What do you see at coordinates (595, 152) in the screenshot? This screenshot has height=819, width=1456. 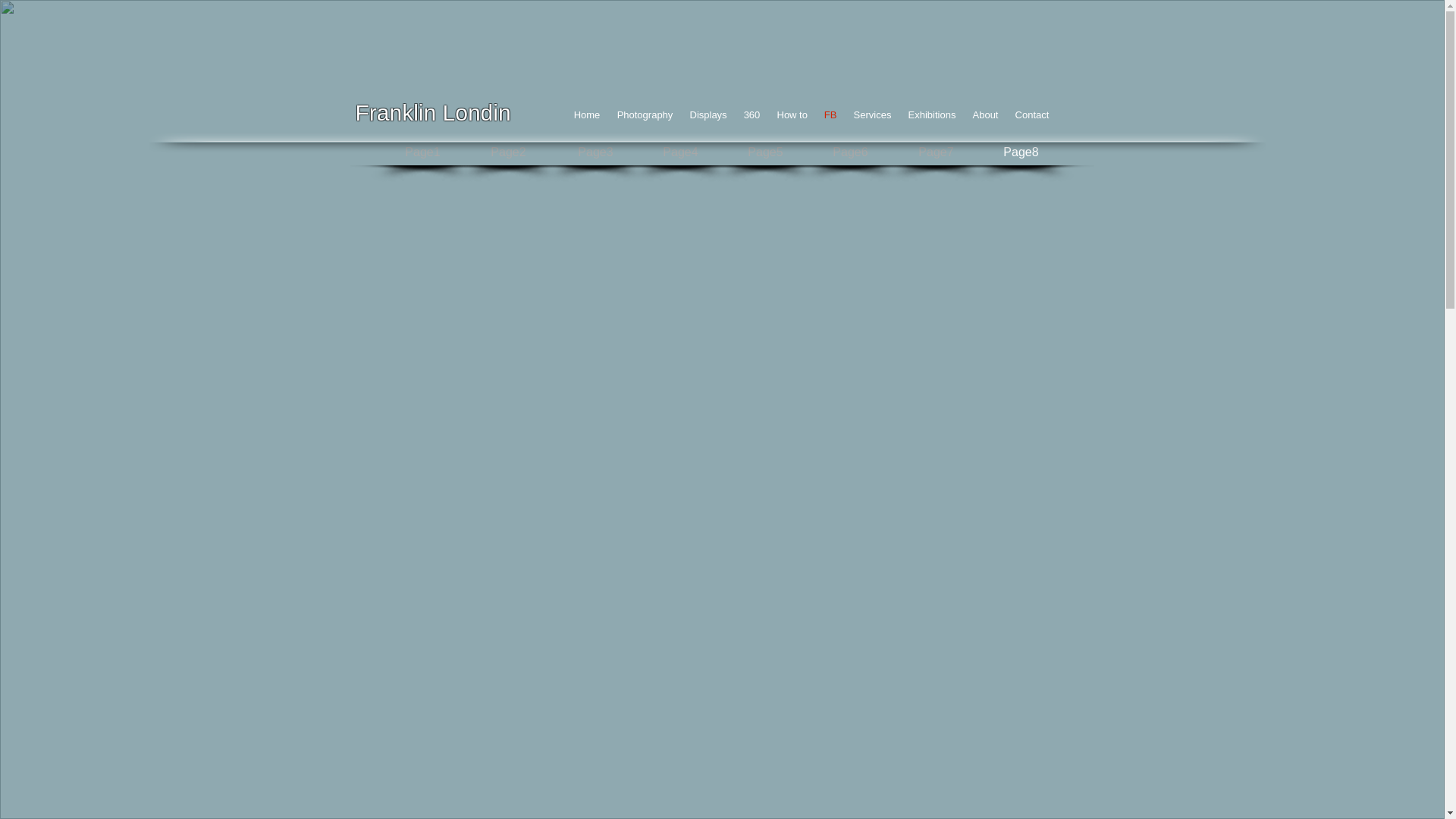 I see `'Page3'` at bounding box center [595, 152].